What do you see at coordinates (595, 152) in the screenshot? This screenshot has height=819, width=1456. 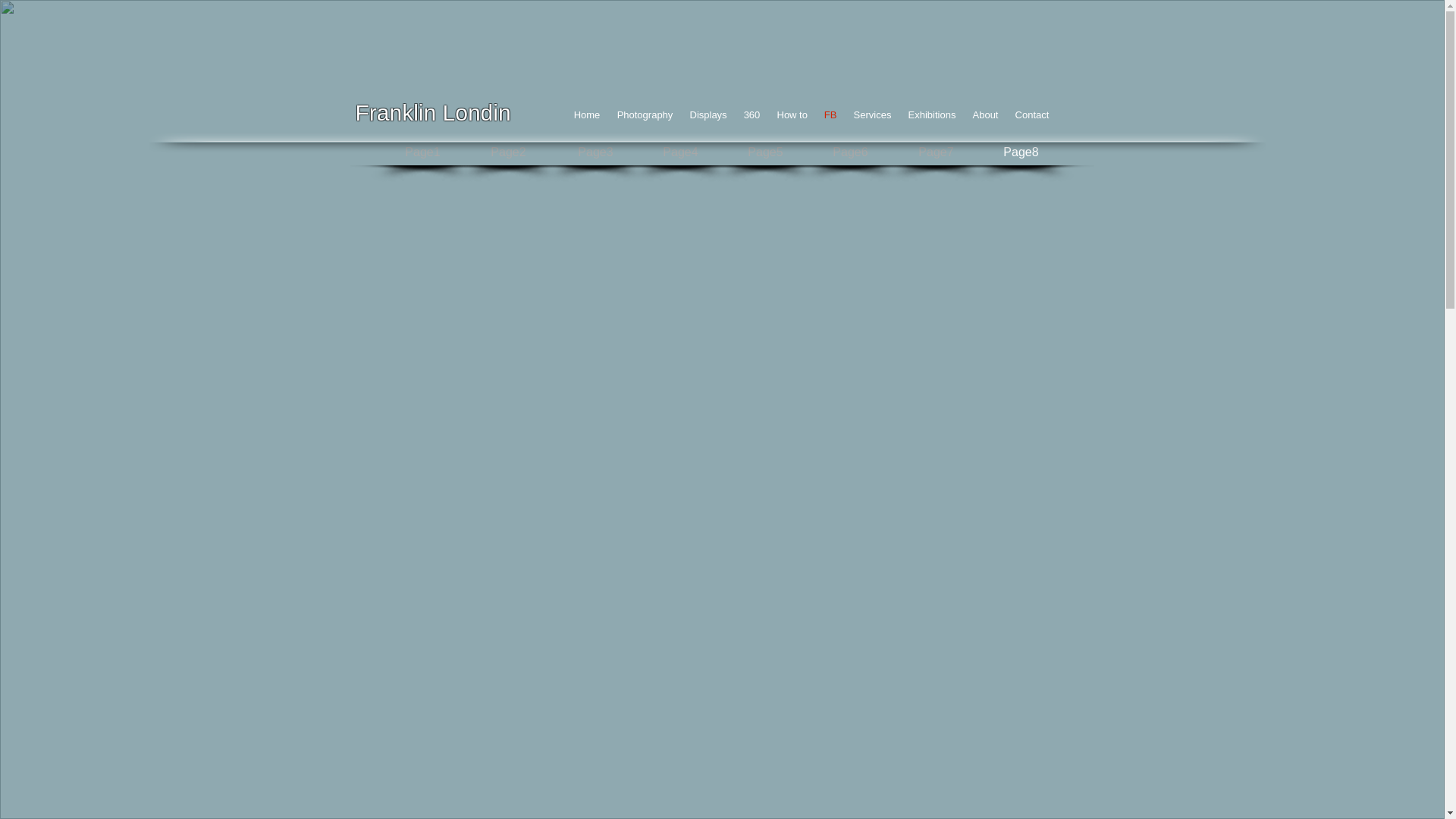 I see `'Page3'` at bounding box center [595, 152].